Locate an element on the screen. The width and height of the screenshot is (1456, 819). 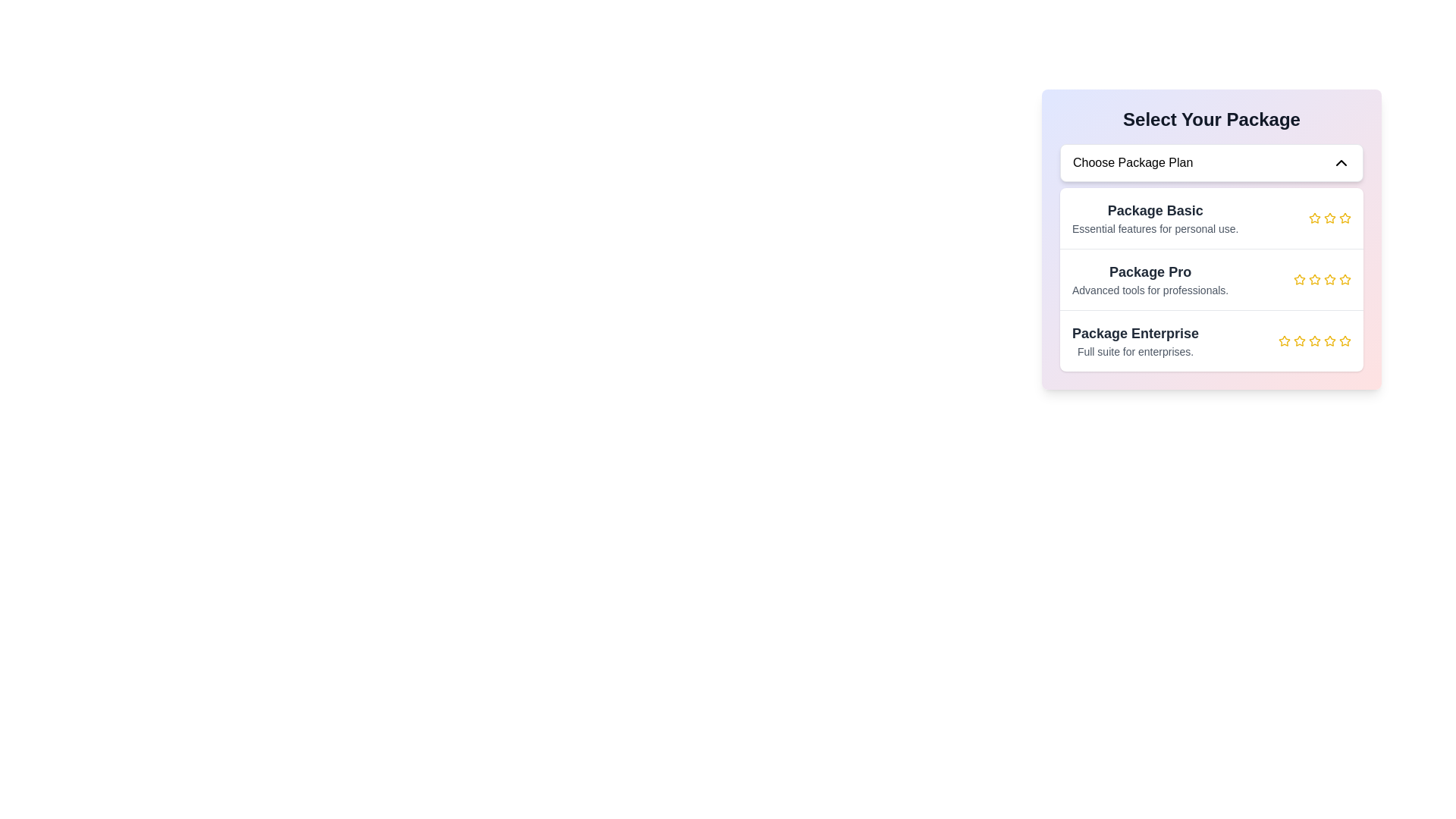
the second star icon in the rating section of the 'Package Pro' to rate it is located at coordinates (1329, 279).